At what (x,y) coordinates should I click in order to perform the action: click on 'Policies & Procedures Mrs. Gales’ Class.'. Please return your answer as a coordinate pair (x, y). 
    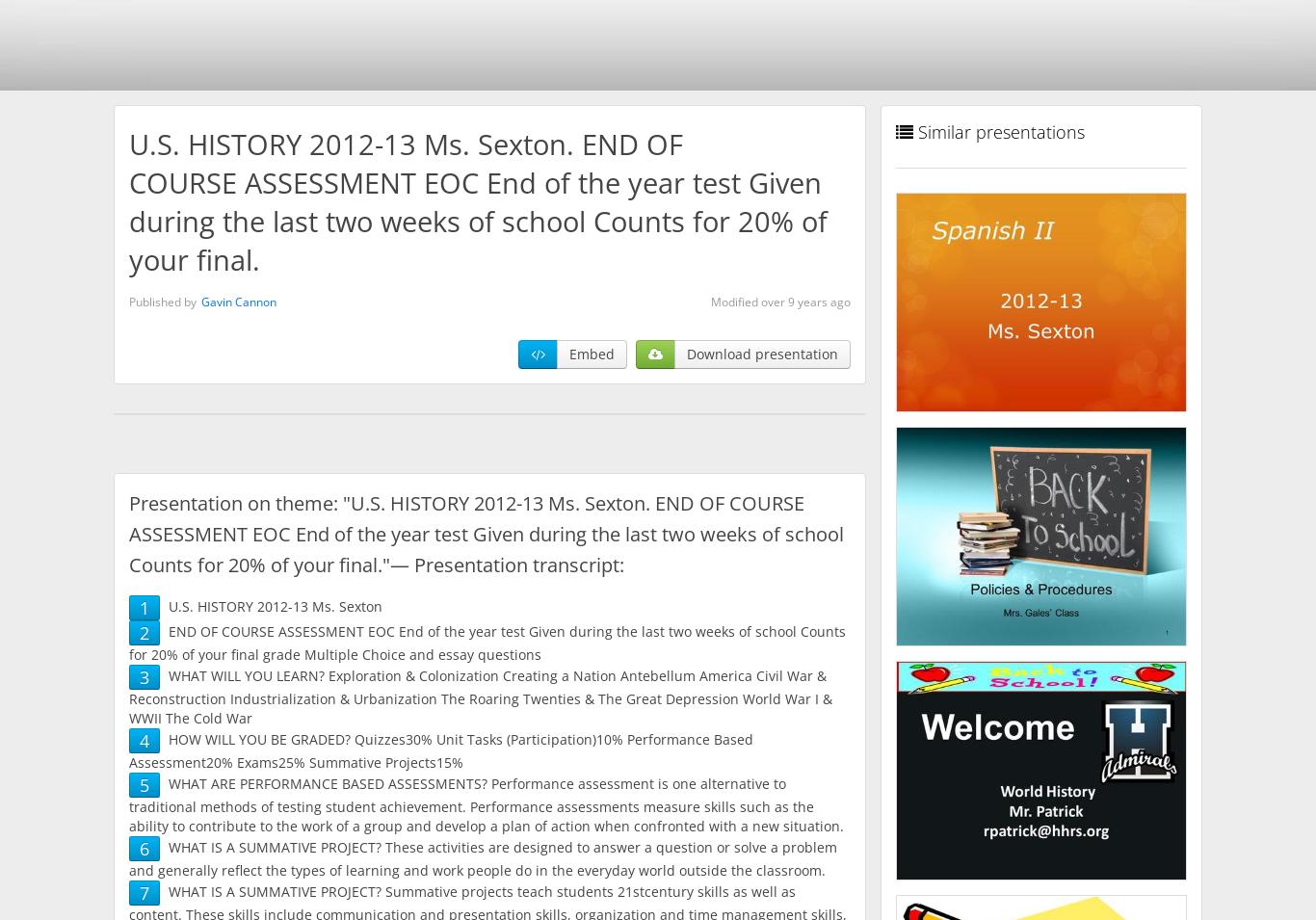
    Looking at the image, I should click on (1039, 539).